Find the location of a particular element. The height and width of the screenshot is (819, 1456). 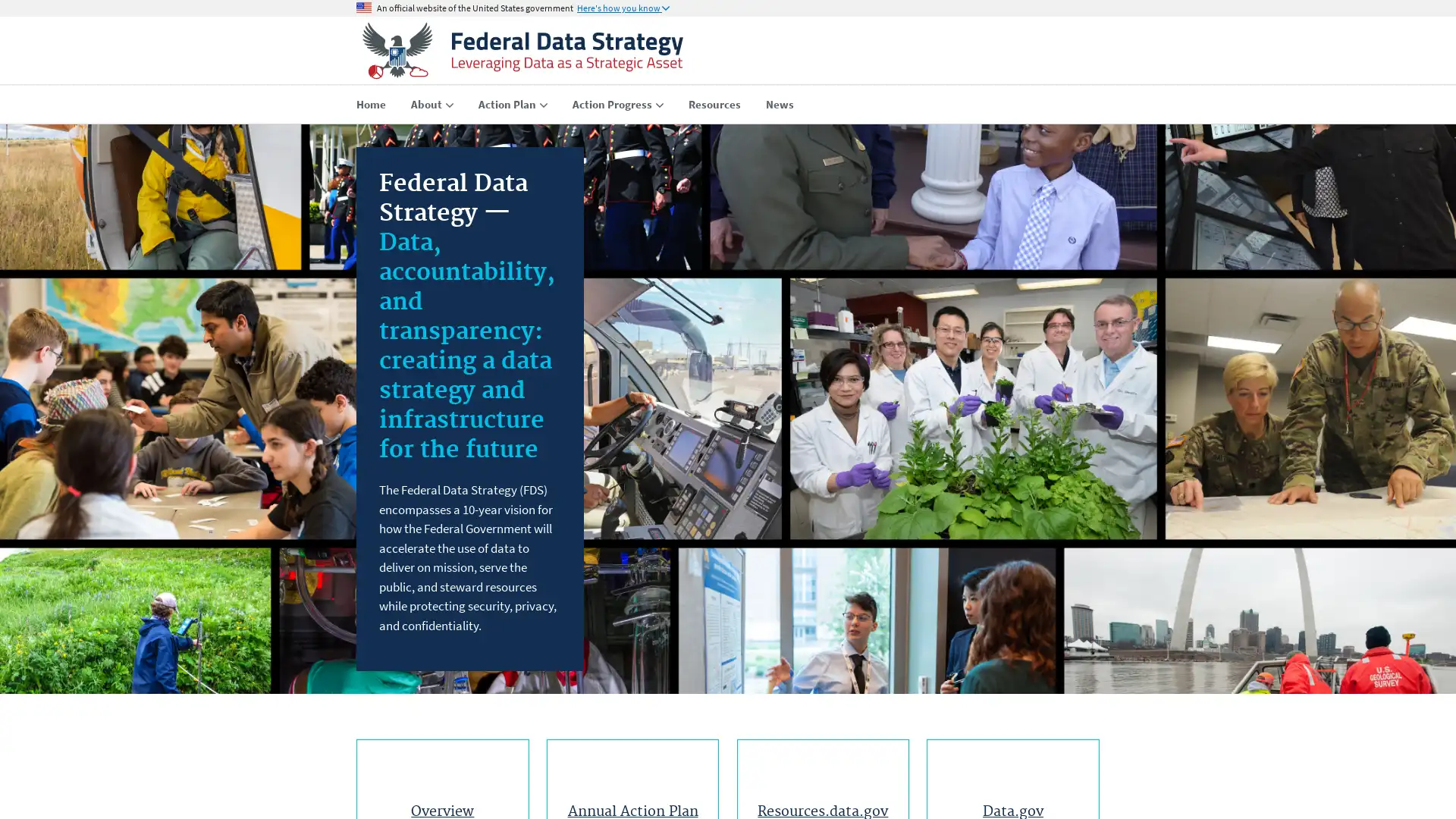

About is located at coordinates (431, 103).